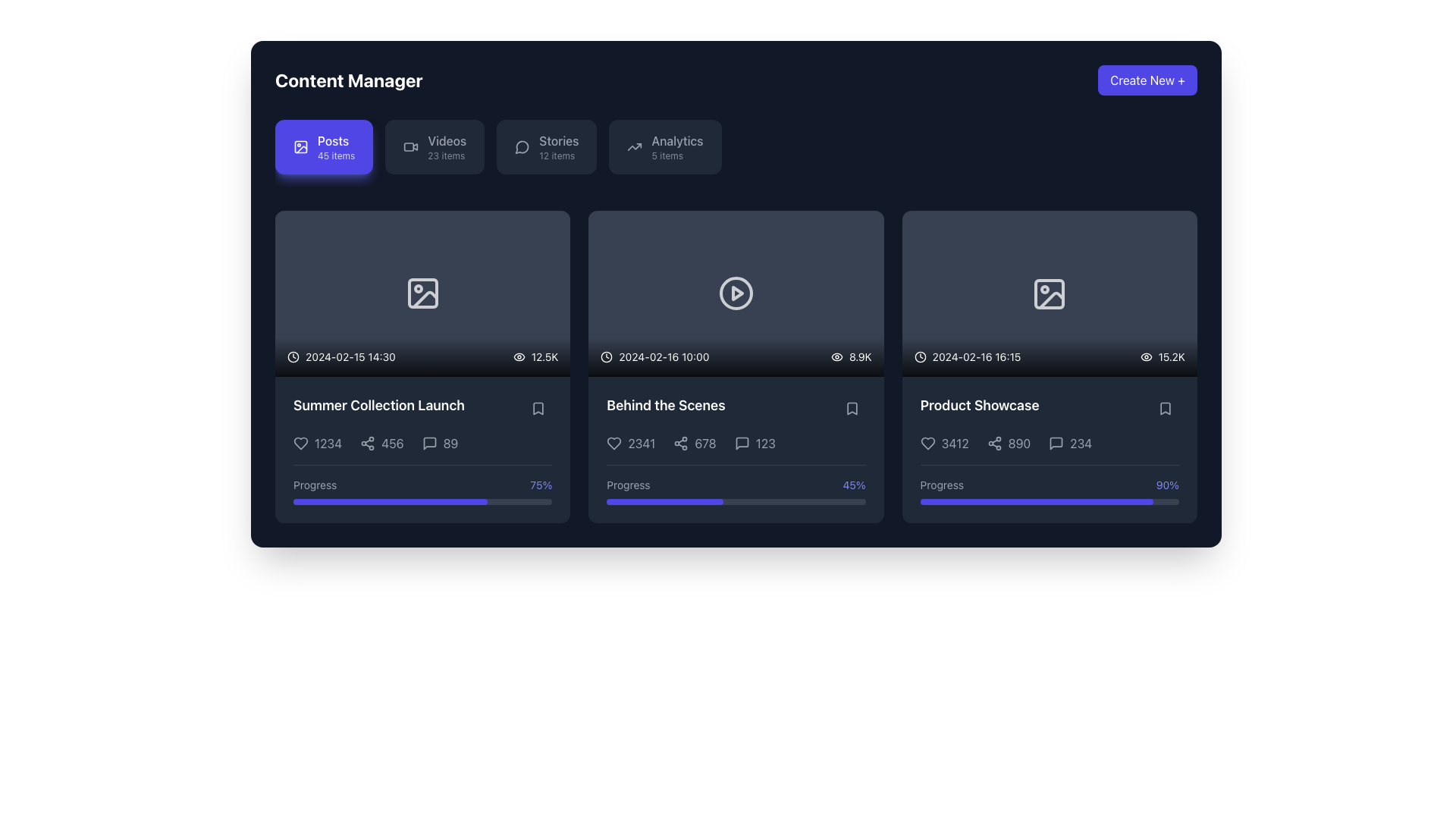 The width and height of the screenshot is (1456, 819). I want to click on the Interactive statistics display located in the lower half of the leftmost content card under the title 'Summer Collection Launch', so click(422, 443).